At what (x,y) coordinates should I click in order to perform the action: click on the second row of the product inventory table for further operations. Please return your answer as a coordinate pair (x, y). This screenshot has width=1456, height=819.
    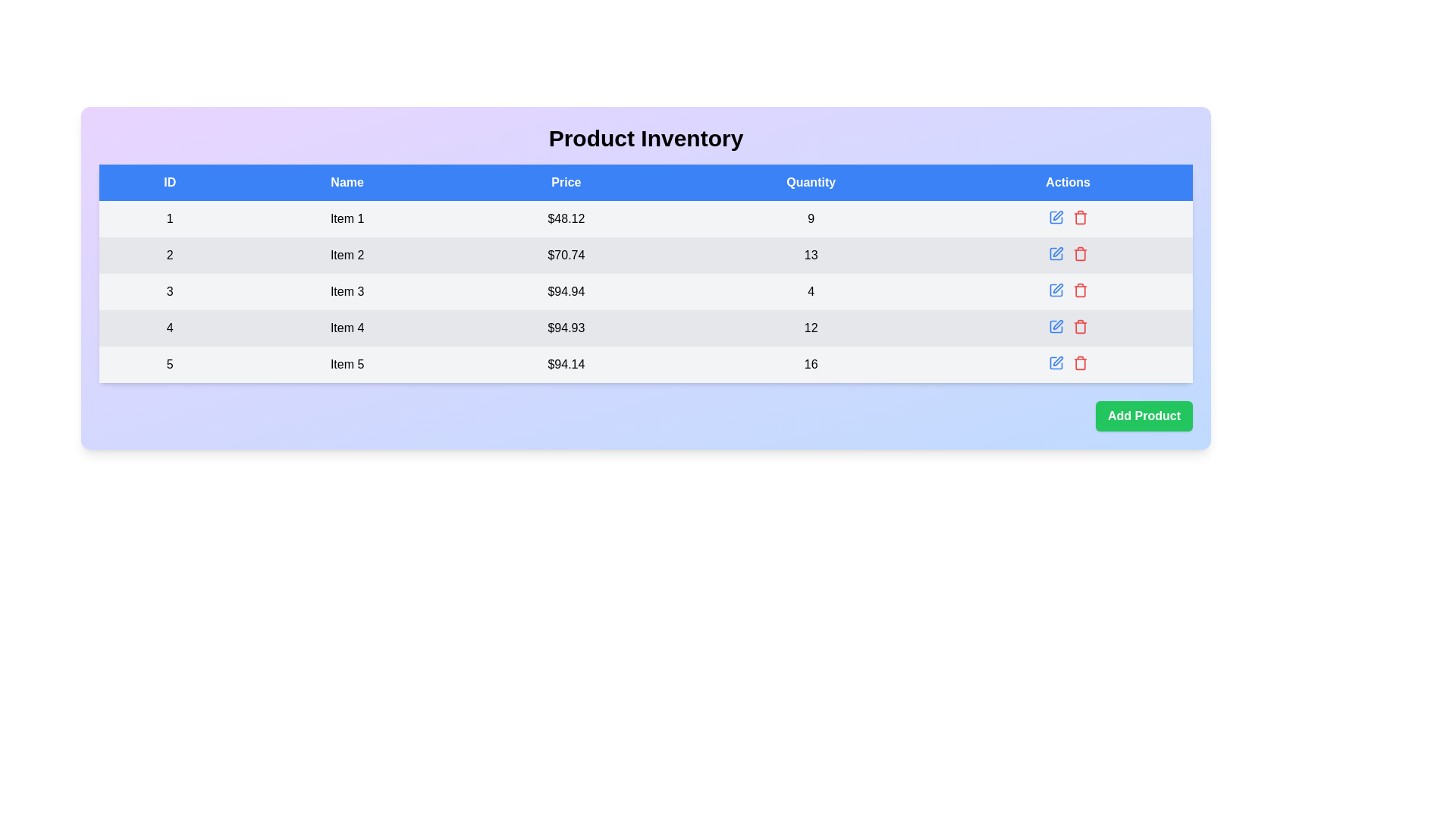
    Looking at the image, I should click on (645, 254).